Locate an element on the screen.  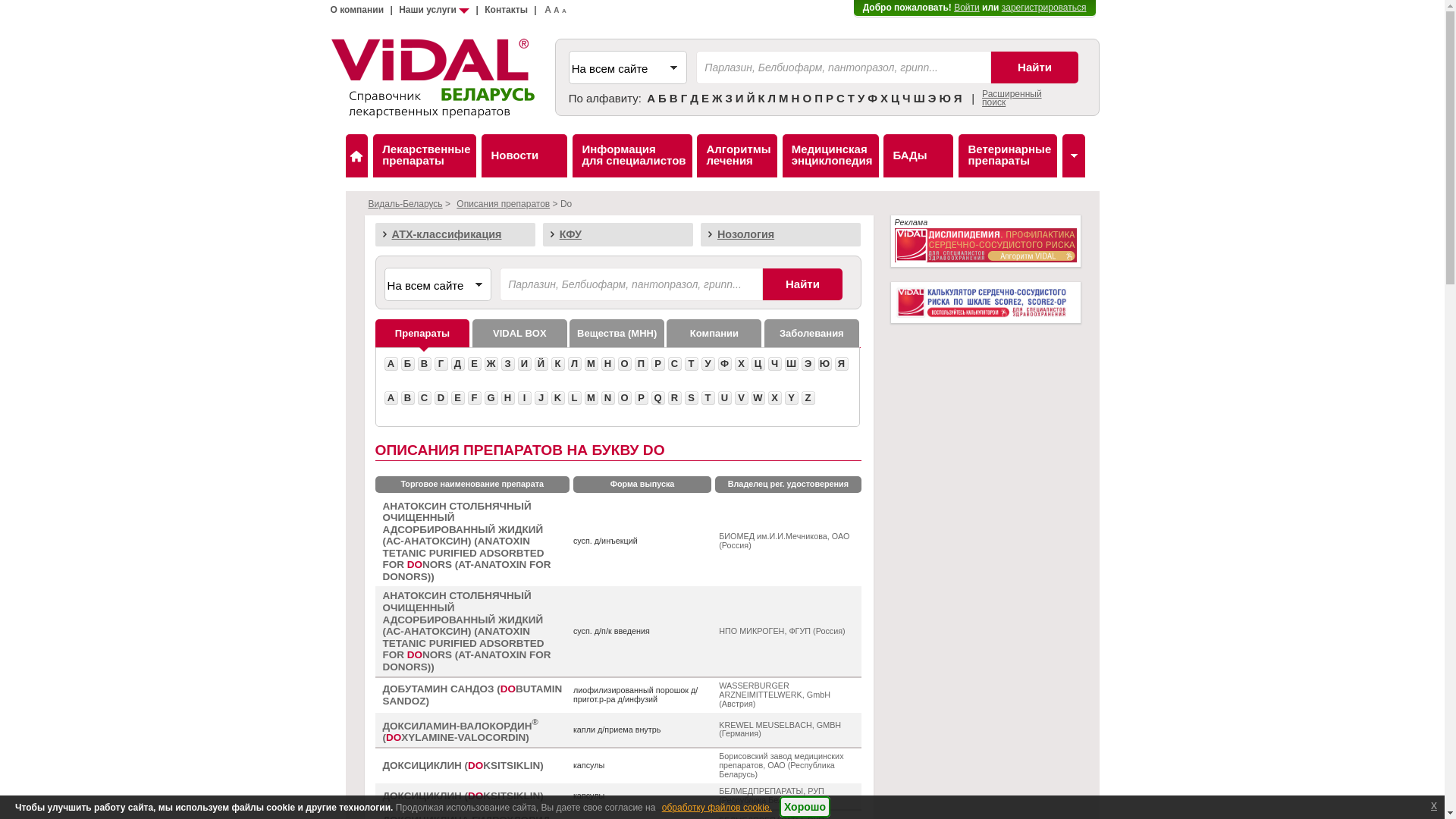
'H' is located at coordinates (507, 397).